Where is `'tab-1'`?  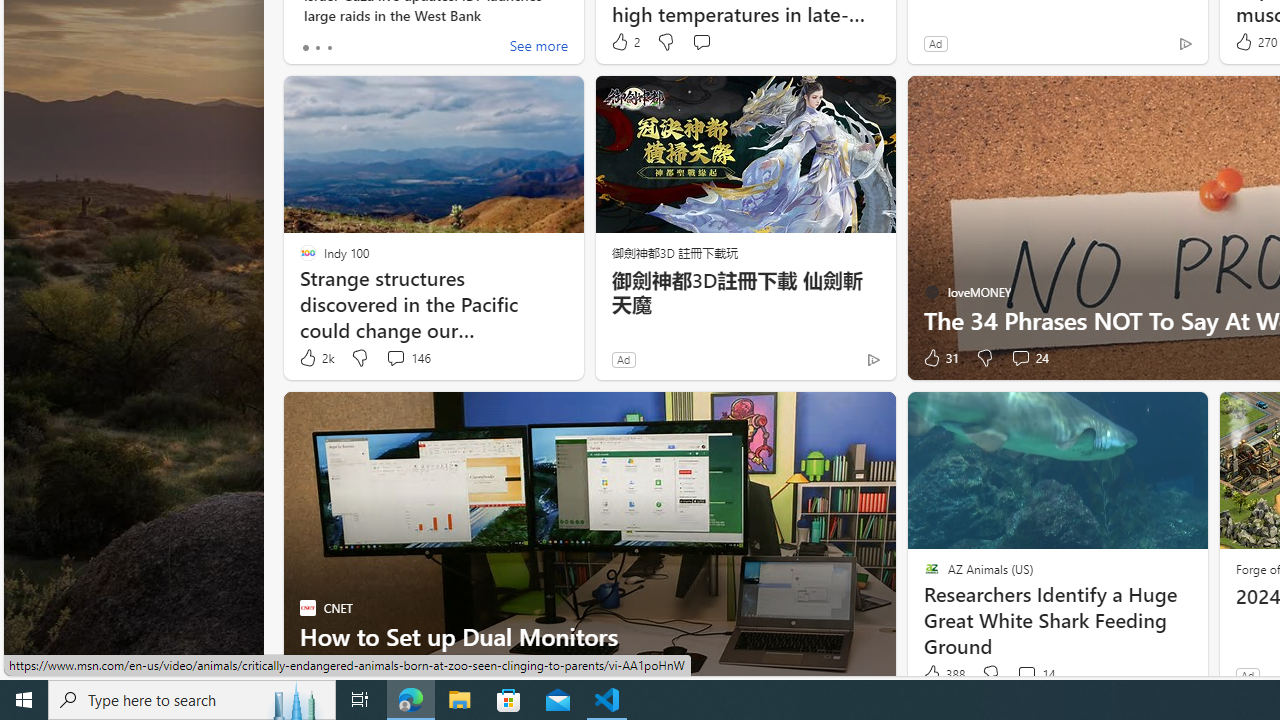 'tab-1' is located at coordinates (316, 46).